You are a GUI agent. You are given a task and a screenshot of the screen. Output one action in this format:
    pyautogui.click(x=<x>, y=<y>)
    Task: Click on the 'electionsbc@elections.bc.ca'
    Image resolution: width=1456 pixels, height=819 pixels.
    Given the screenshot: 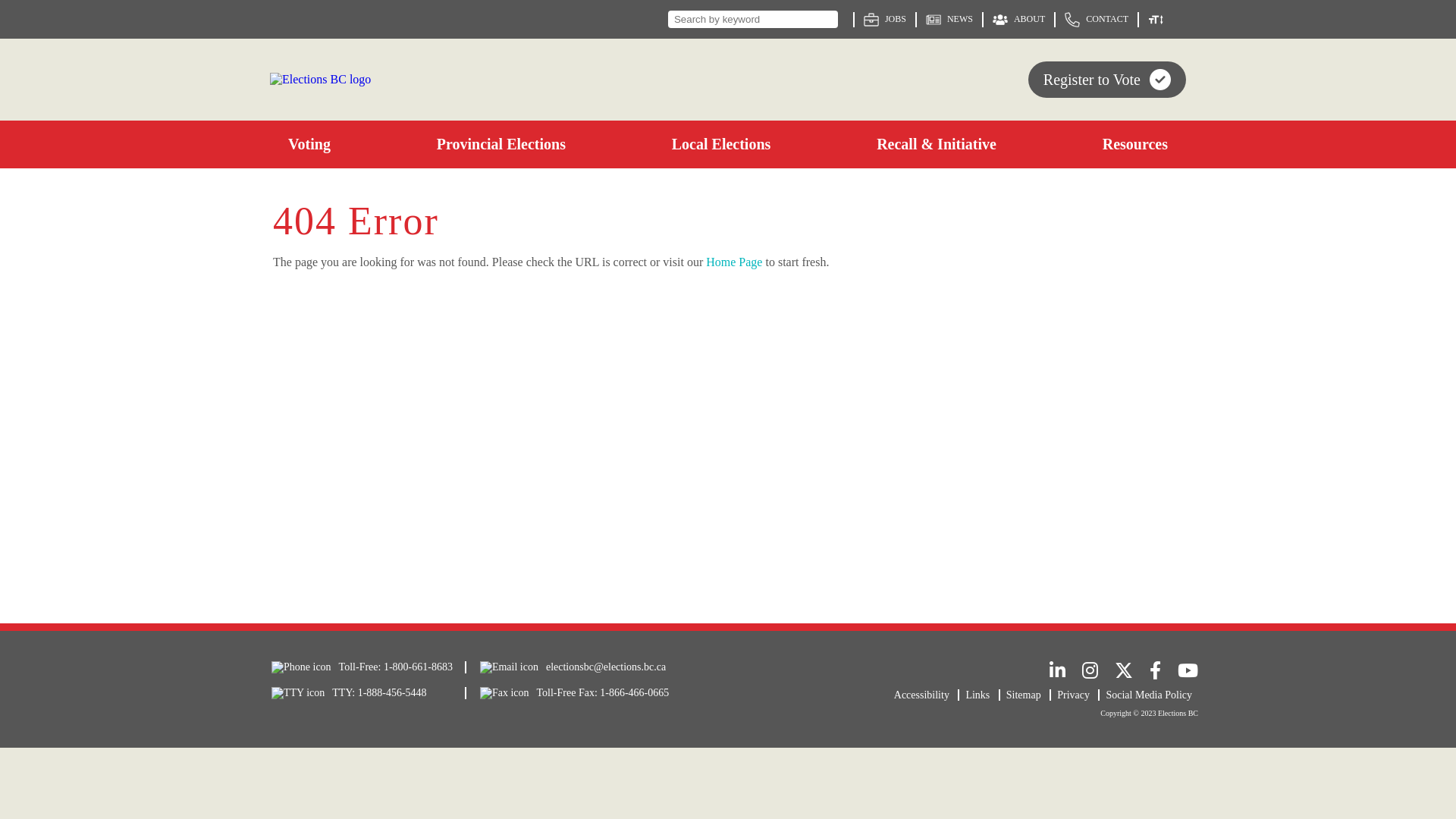 What is the action you would take?
    pyautogui.click(x=566, y=666)
    